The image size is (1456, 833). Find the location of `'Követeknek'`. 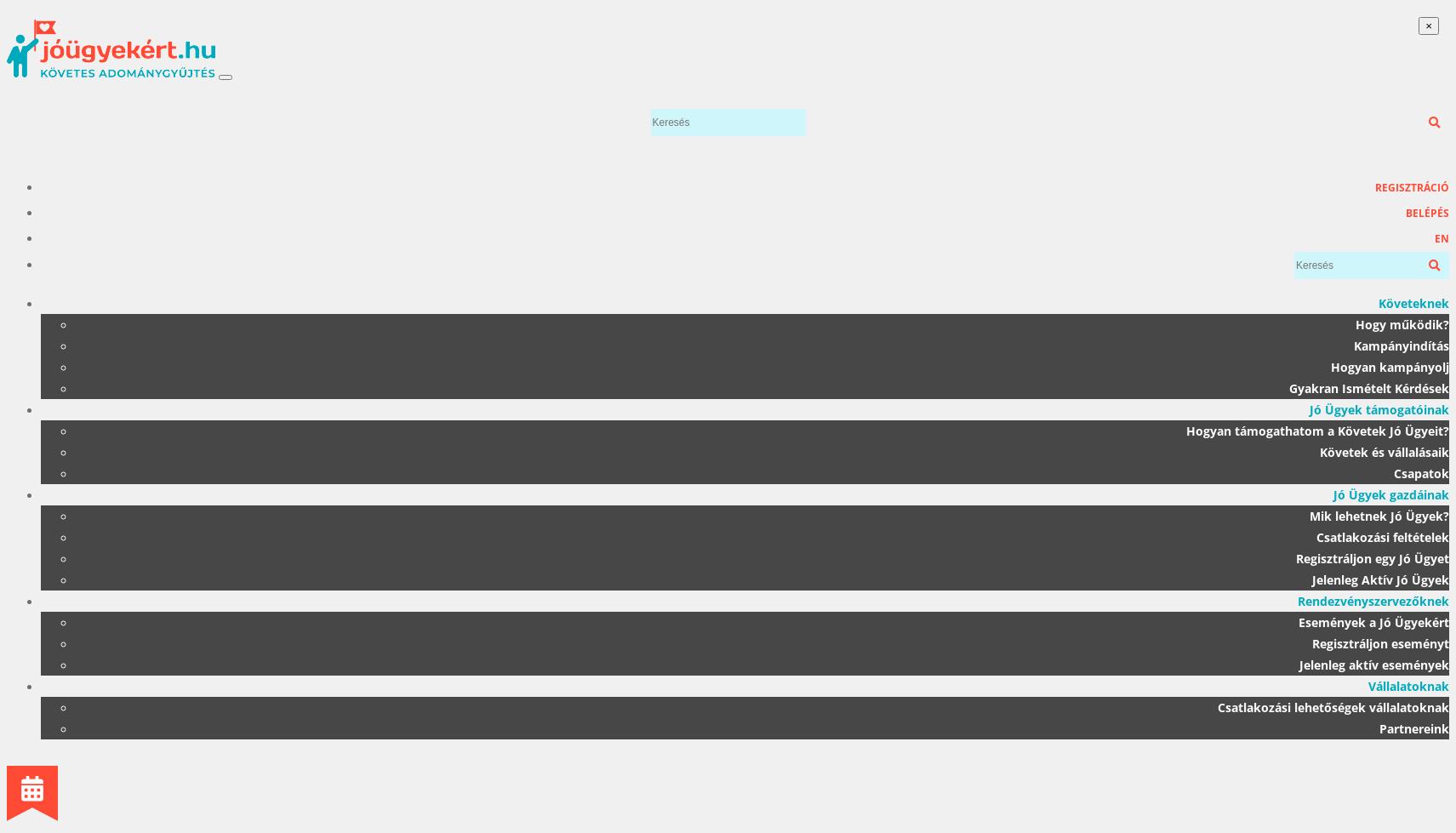

'Követeknek' is located at coordinates (1413, 303).